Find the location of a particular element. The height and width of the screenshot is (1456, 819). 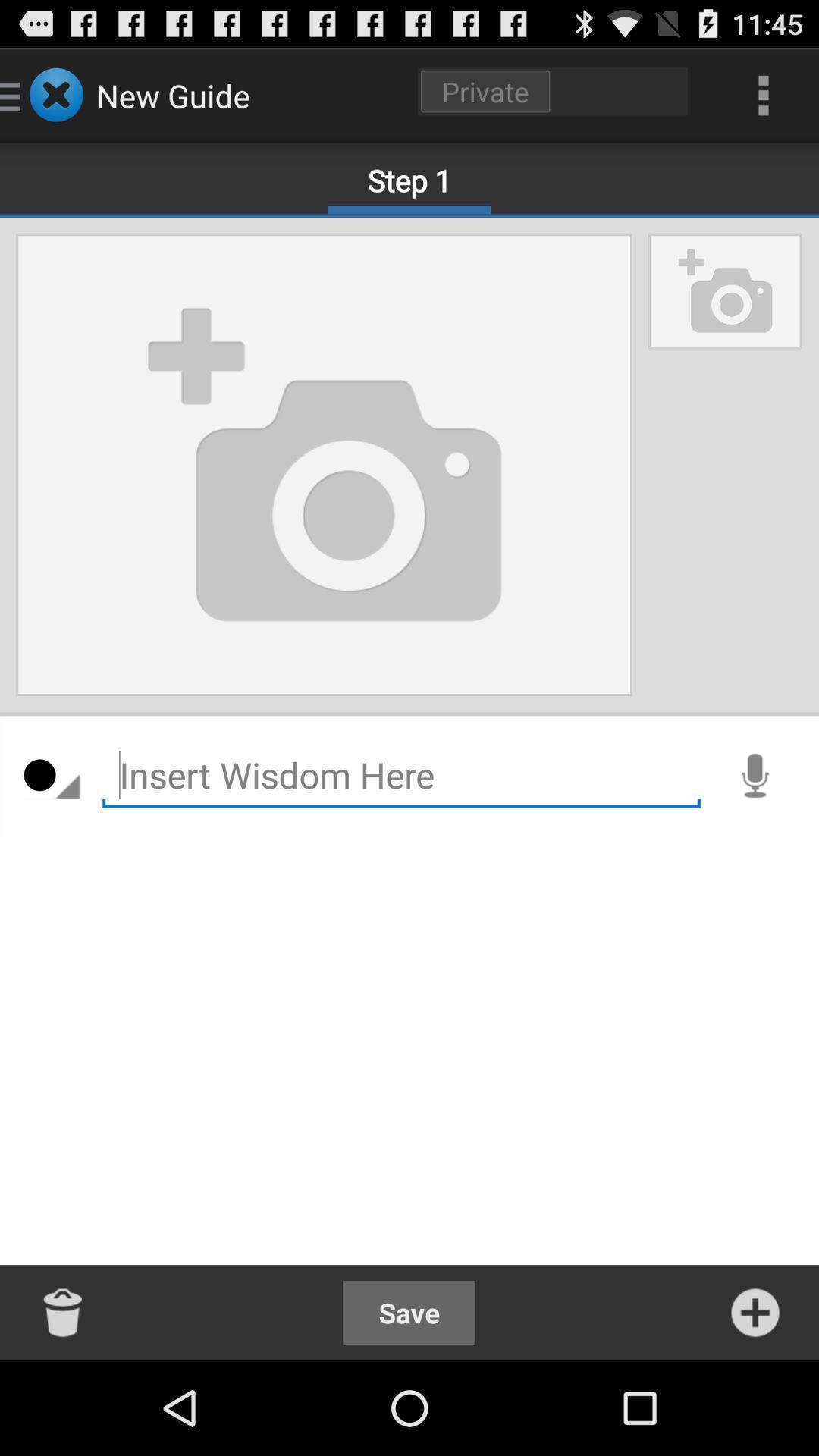

input tab is located at coordinates (400, 775).